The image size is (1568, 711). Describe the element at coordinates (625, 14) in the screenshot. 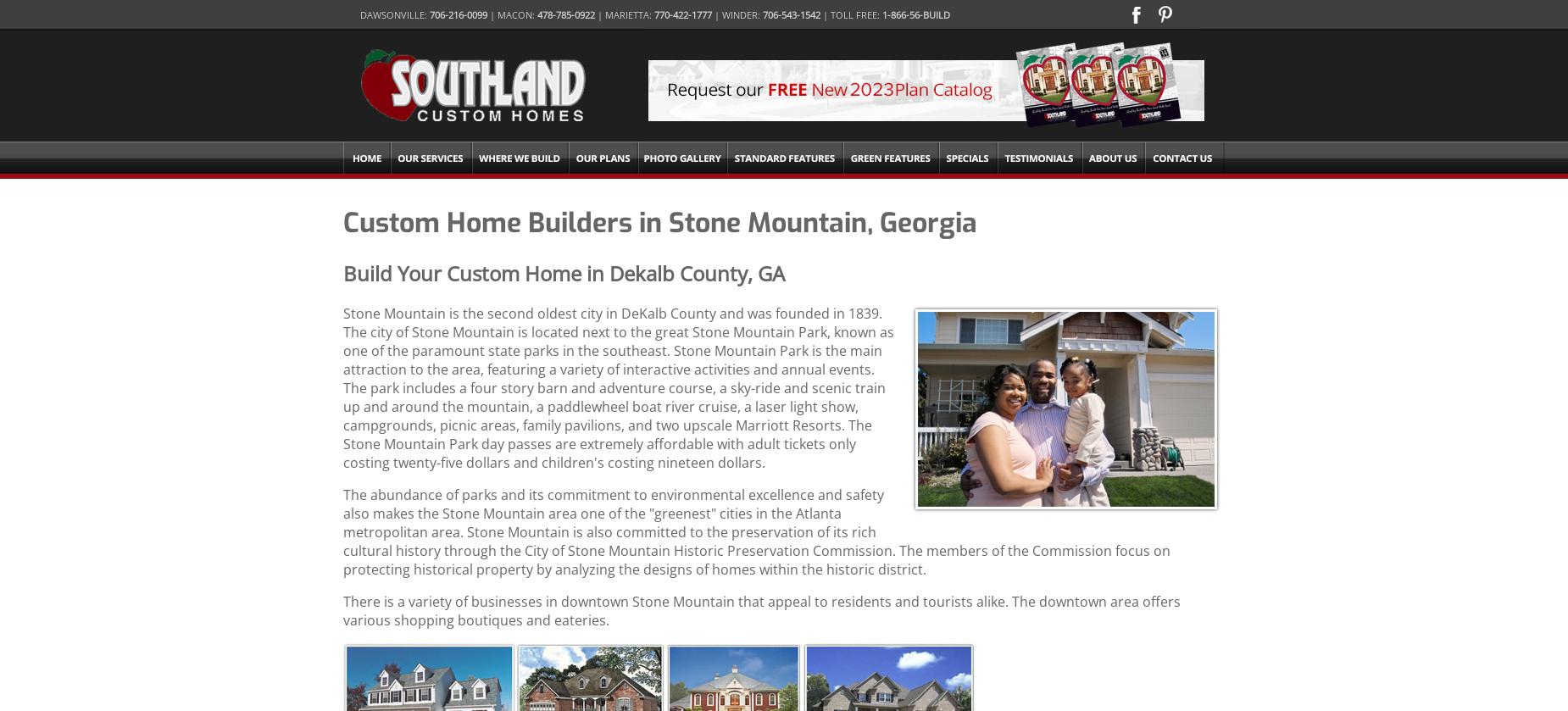

I see `'|  Marietta:'` at that location.